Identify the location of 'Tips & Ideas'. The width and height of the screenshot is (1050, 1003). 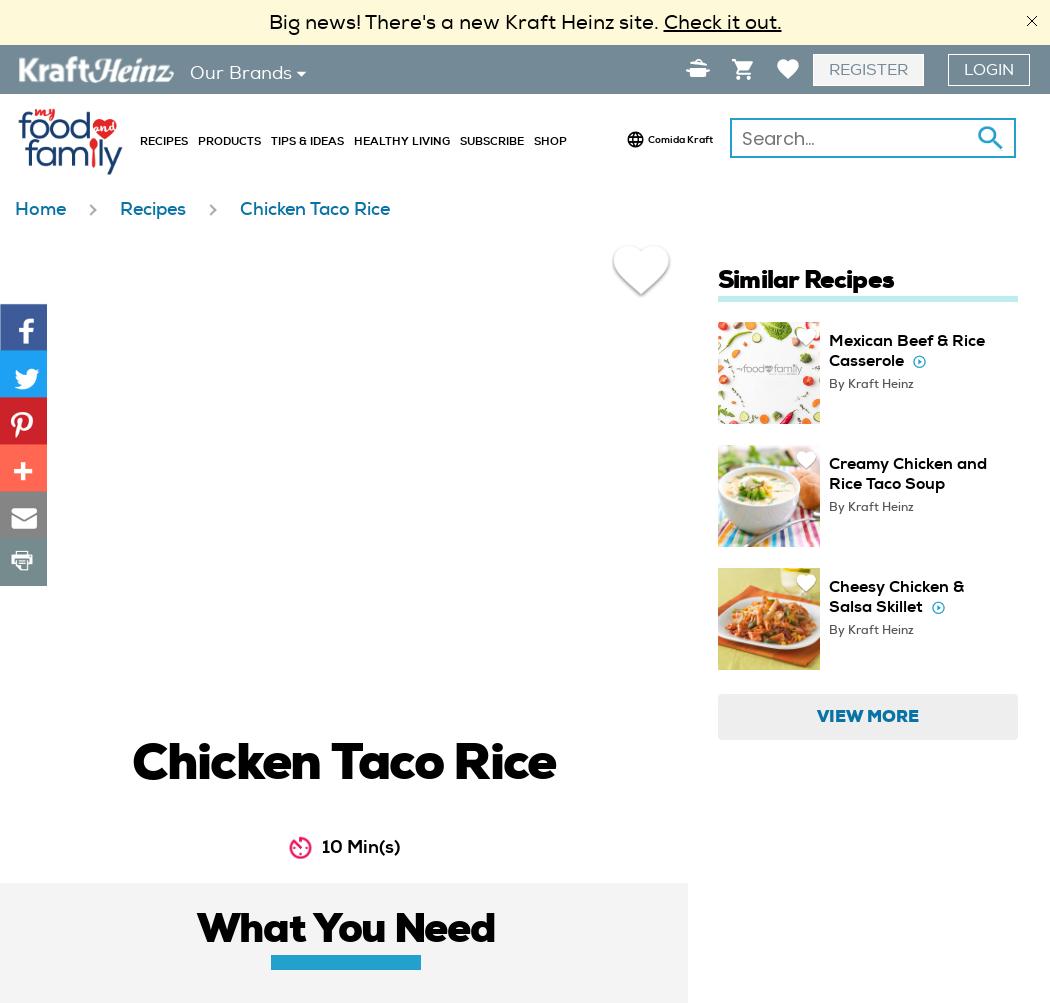
(307, 140).